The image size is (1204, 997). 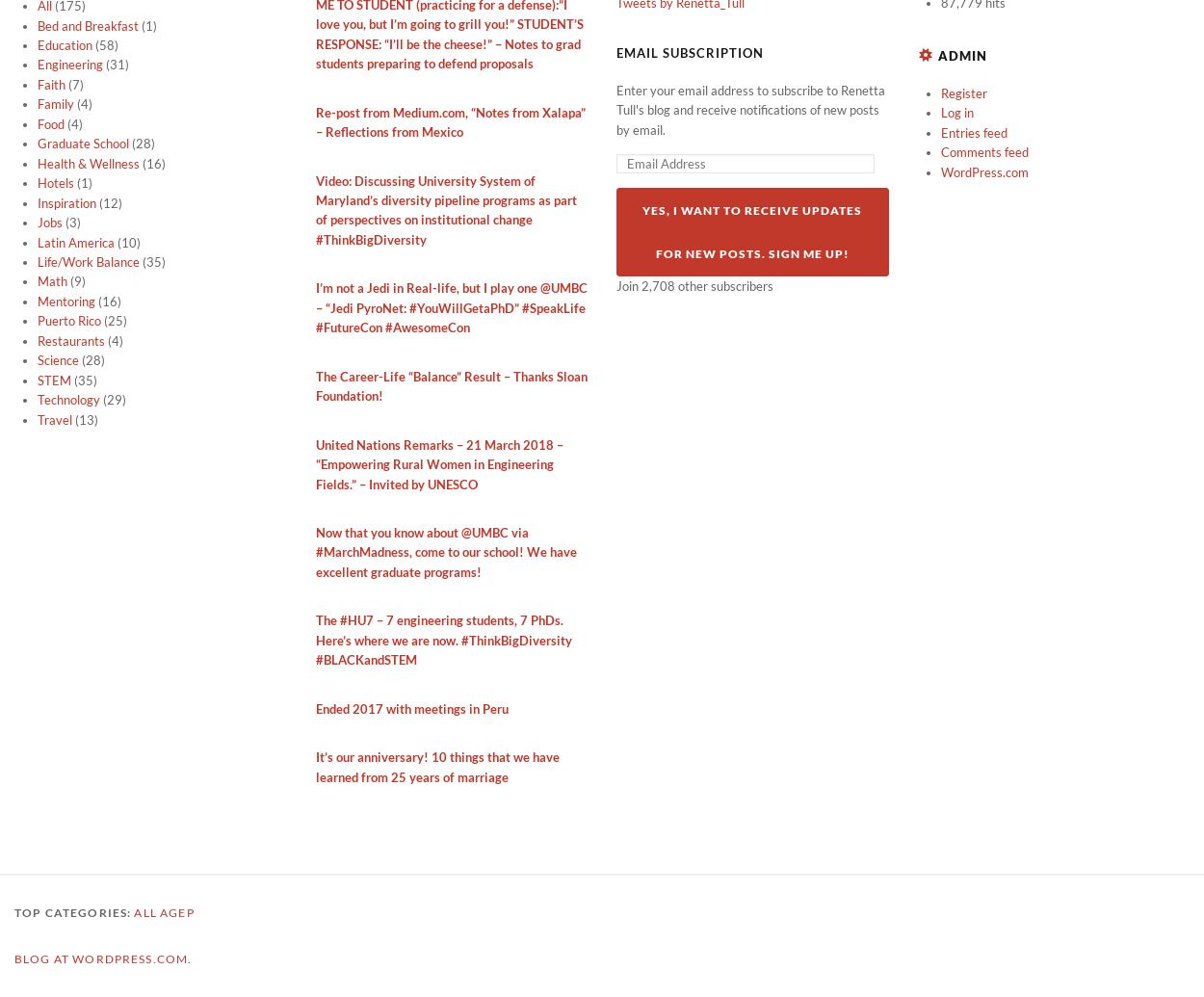 I want to click on 'Log in', so click(x=955, y=112).